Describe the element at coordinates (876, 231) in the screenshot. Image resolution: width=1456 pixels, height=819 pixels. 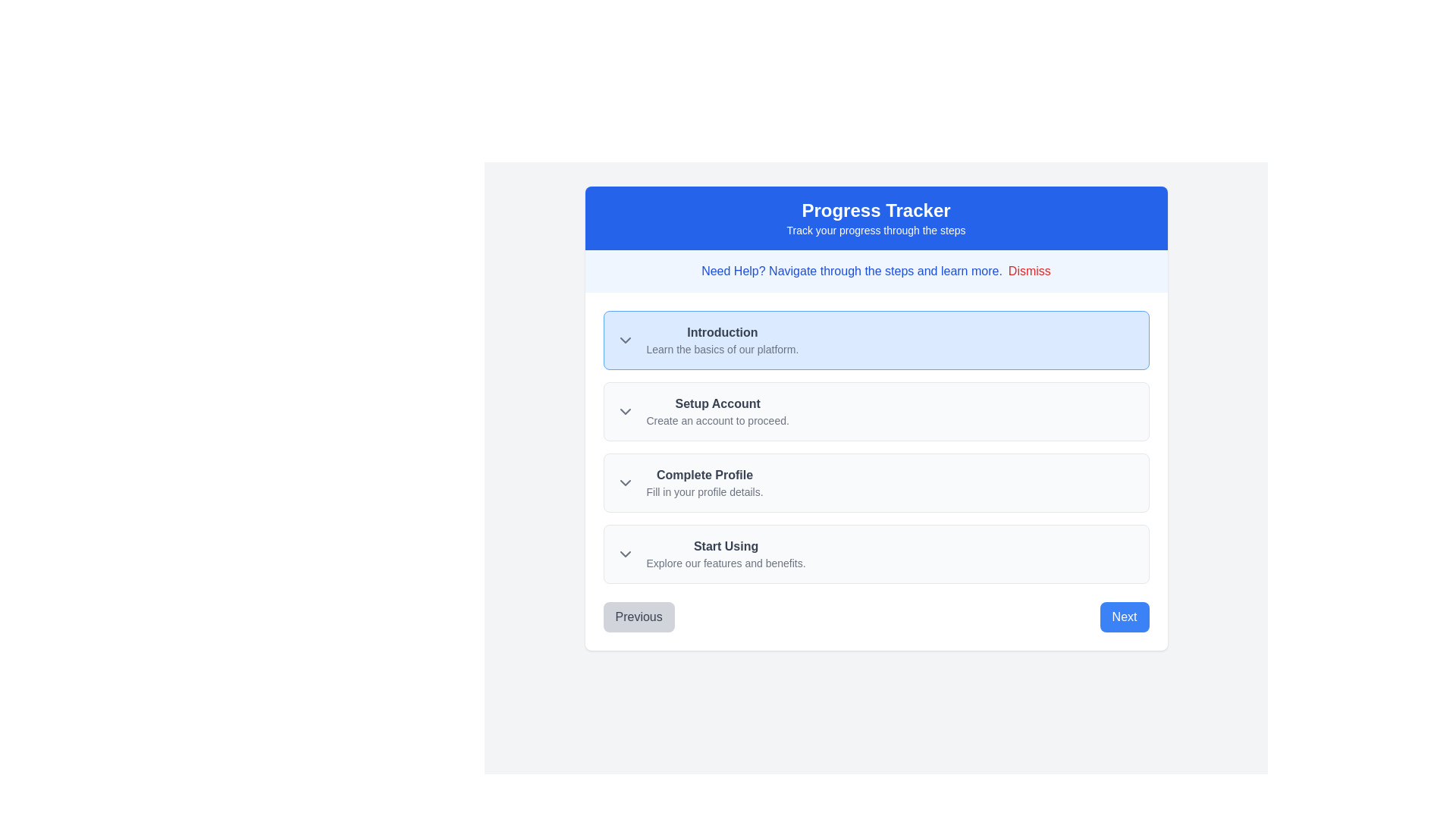
I see `the text label that says 'Track your progress through the steps.' which is located below the header 'Progress Tracker' on the blue background area` at that location.